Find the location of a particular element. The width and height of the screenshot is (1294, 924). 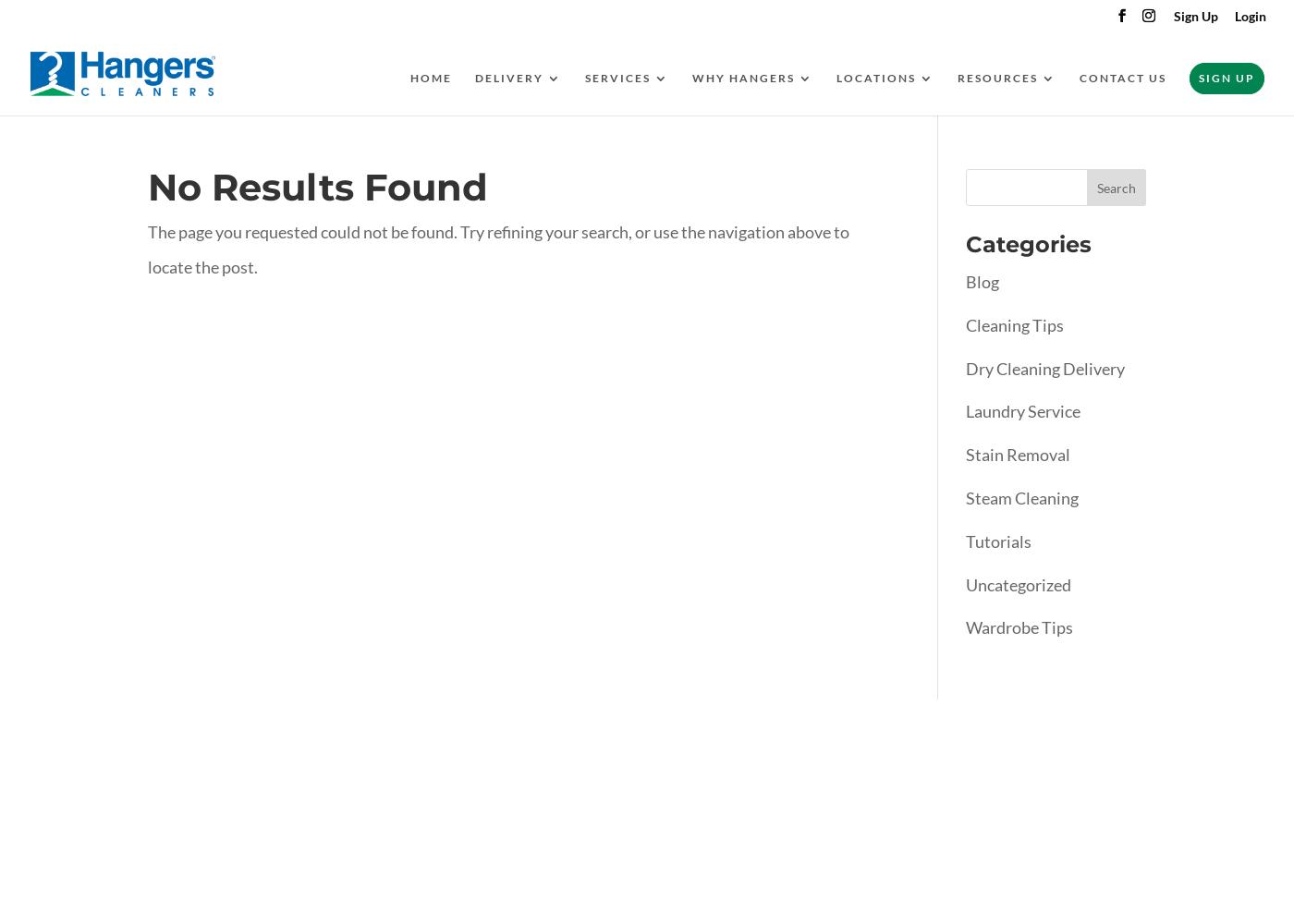

'Shirt & Blouse' is located at coordinates (678, 338).